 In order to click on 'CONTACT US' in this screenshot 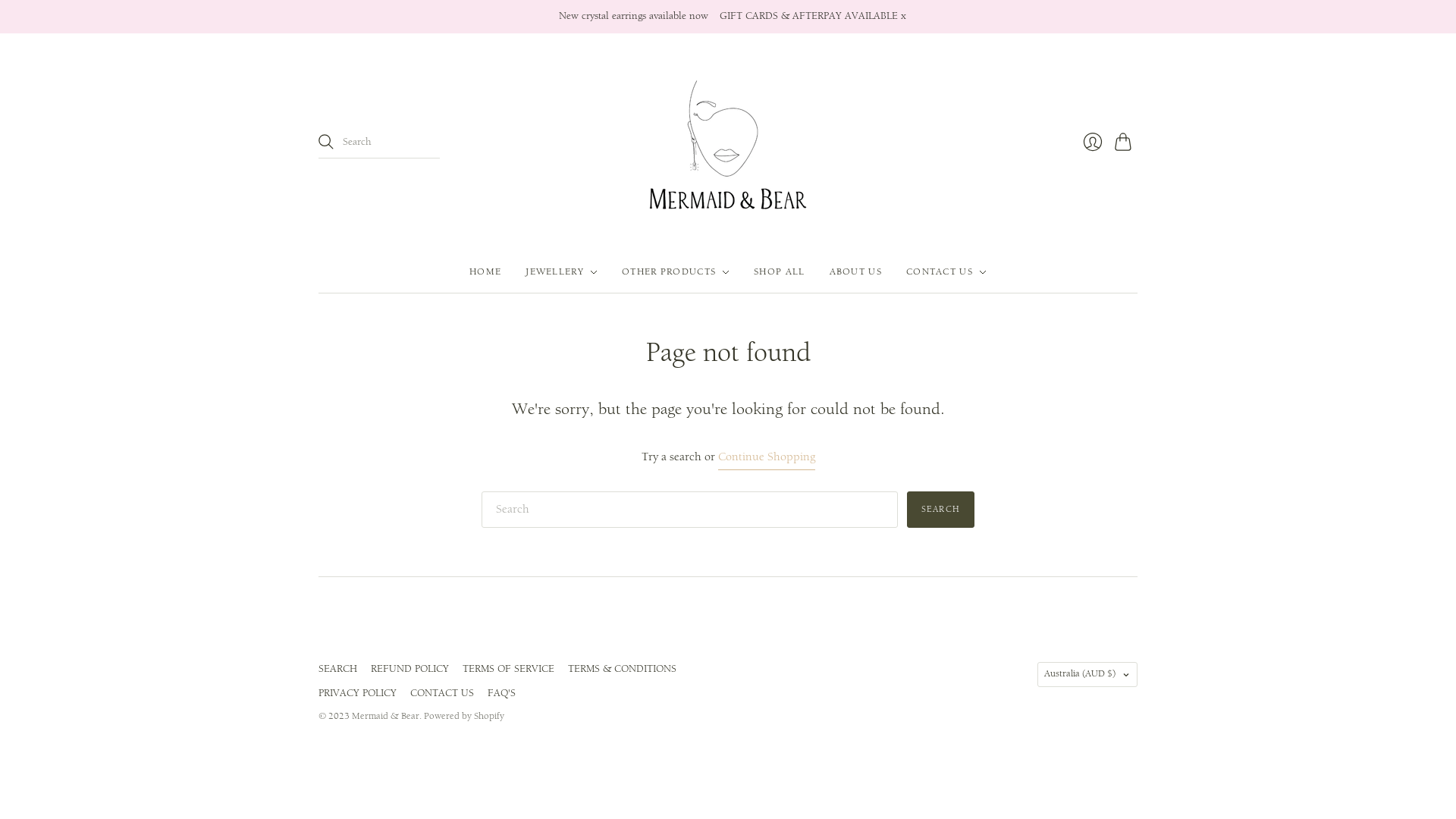, I will do `click(441, 693)`.